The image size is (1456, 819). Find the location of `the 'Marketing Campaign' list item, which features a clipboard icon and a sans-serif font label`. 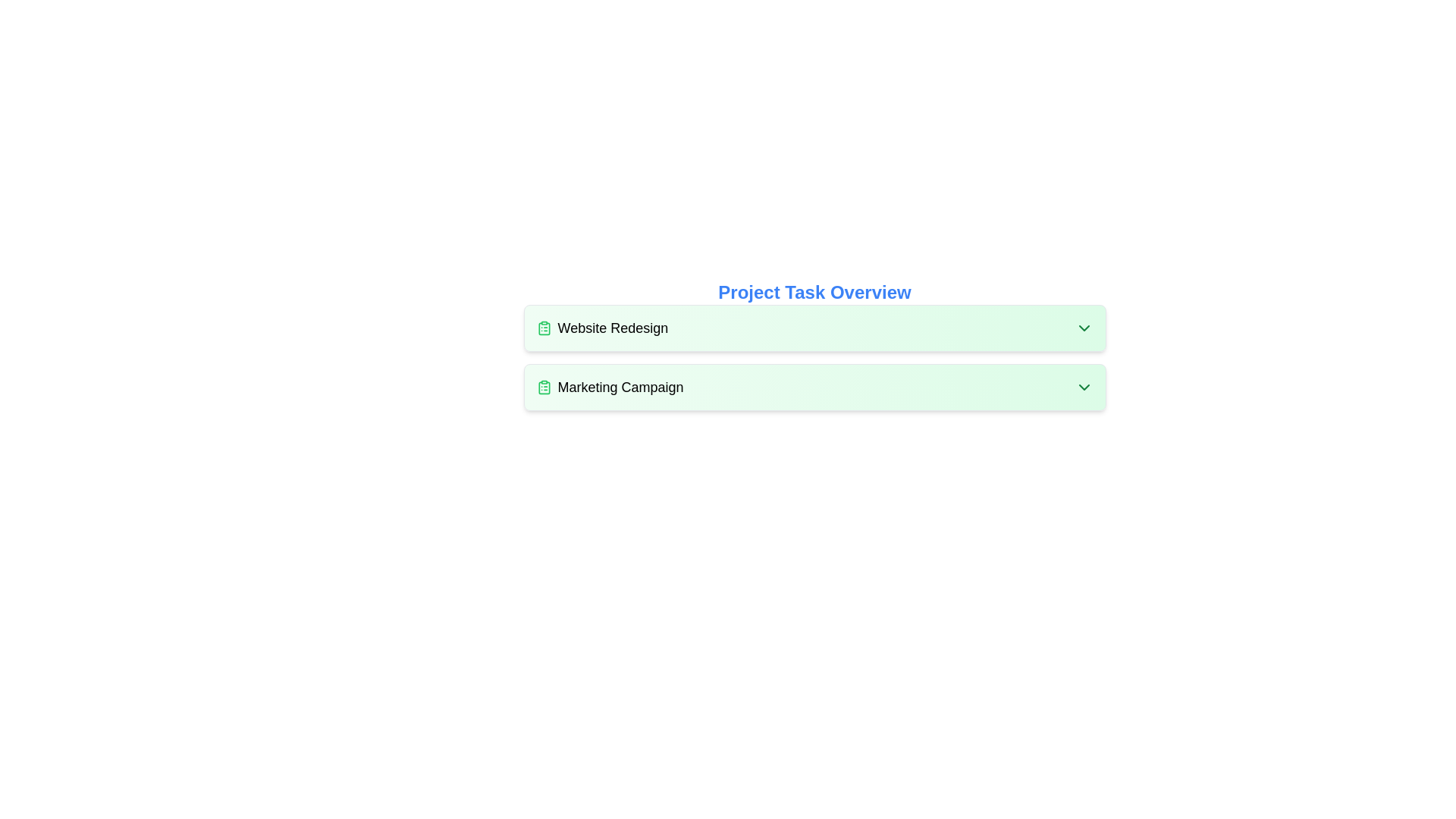

the 'Marketing Campaign' list item, which features a clipboard icon and a sans-serif font label is located at coordinates (610, 386).